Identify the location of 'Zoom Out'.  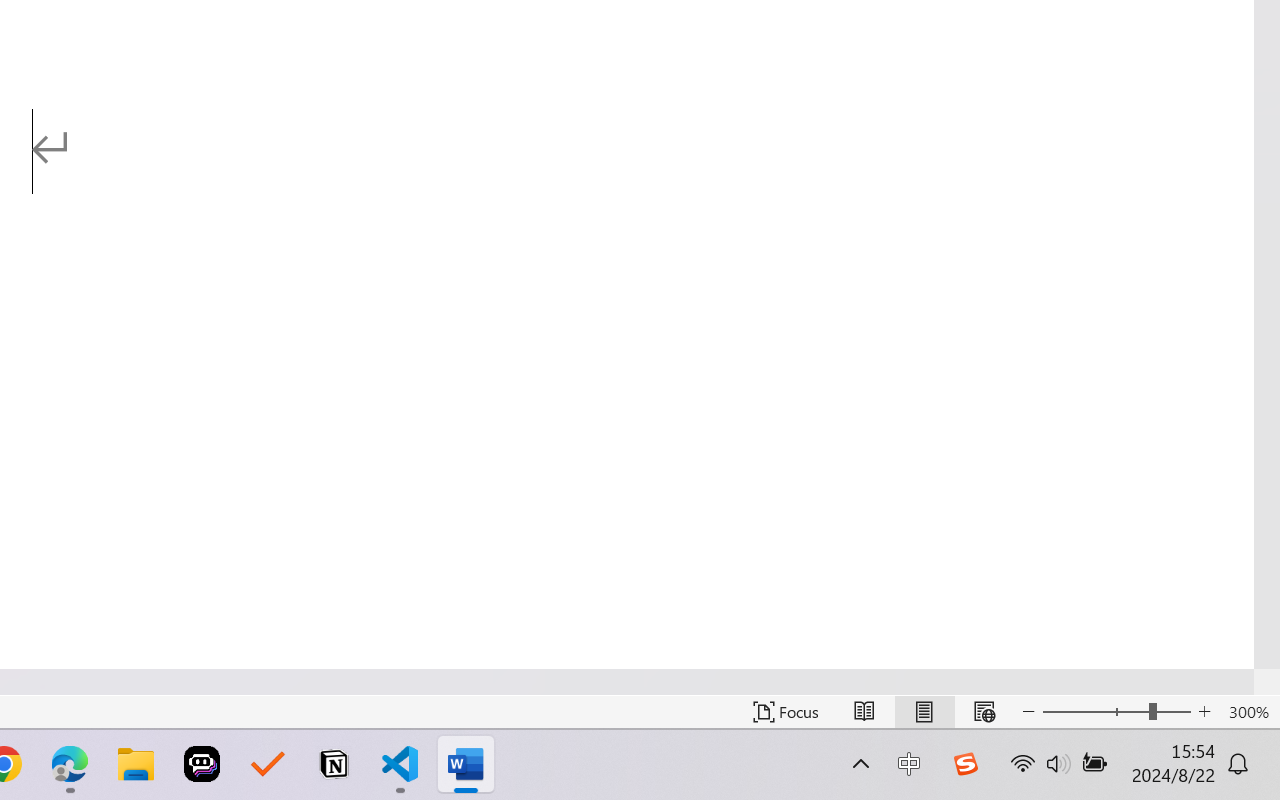
(1094, 711).